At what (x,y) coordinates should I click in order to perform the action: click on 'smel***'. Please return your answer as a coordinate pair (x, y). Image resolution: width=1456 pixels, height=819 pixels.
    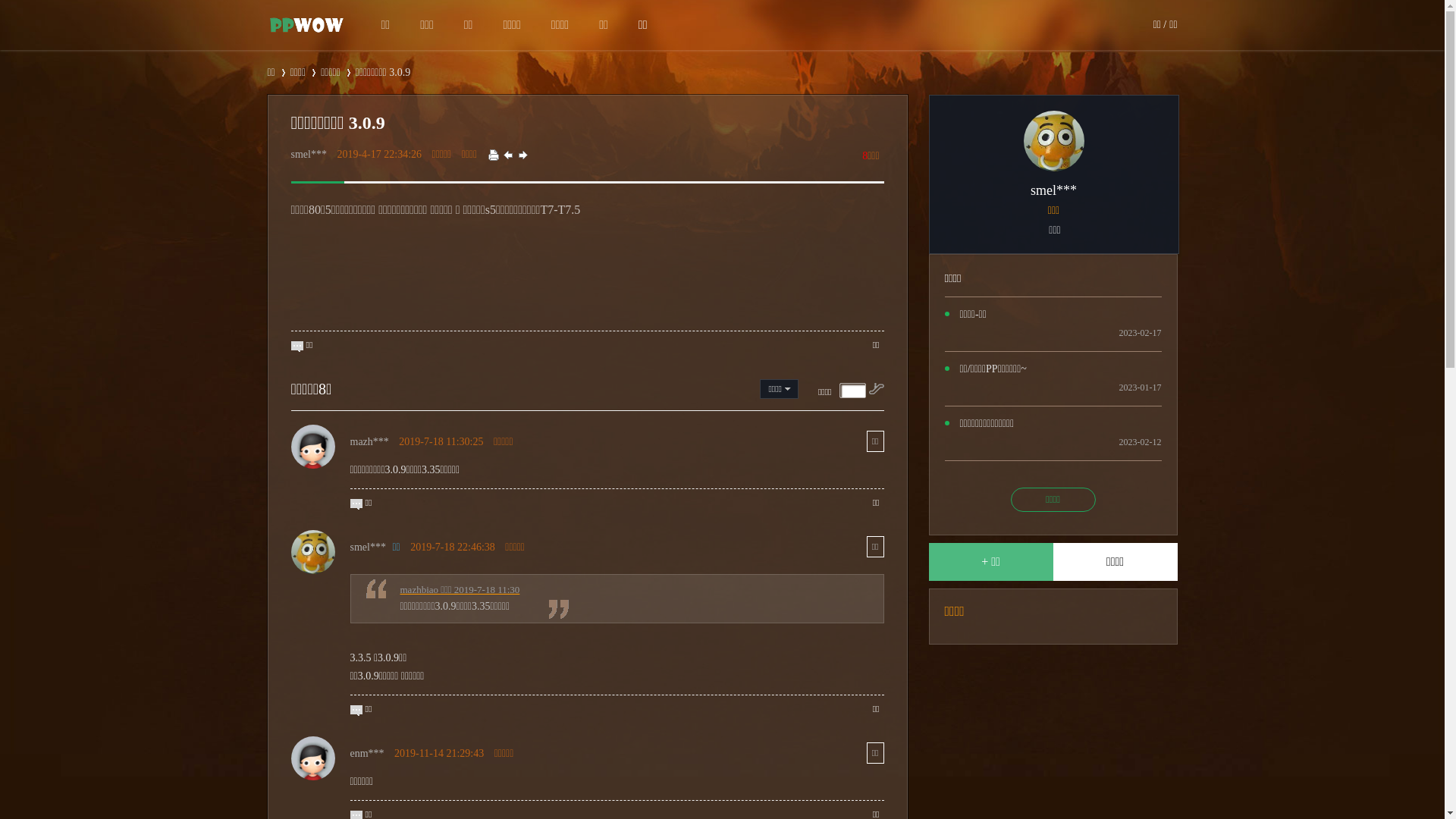
    Looking at the image, I should click on (368, 547).